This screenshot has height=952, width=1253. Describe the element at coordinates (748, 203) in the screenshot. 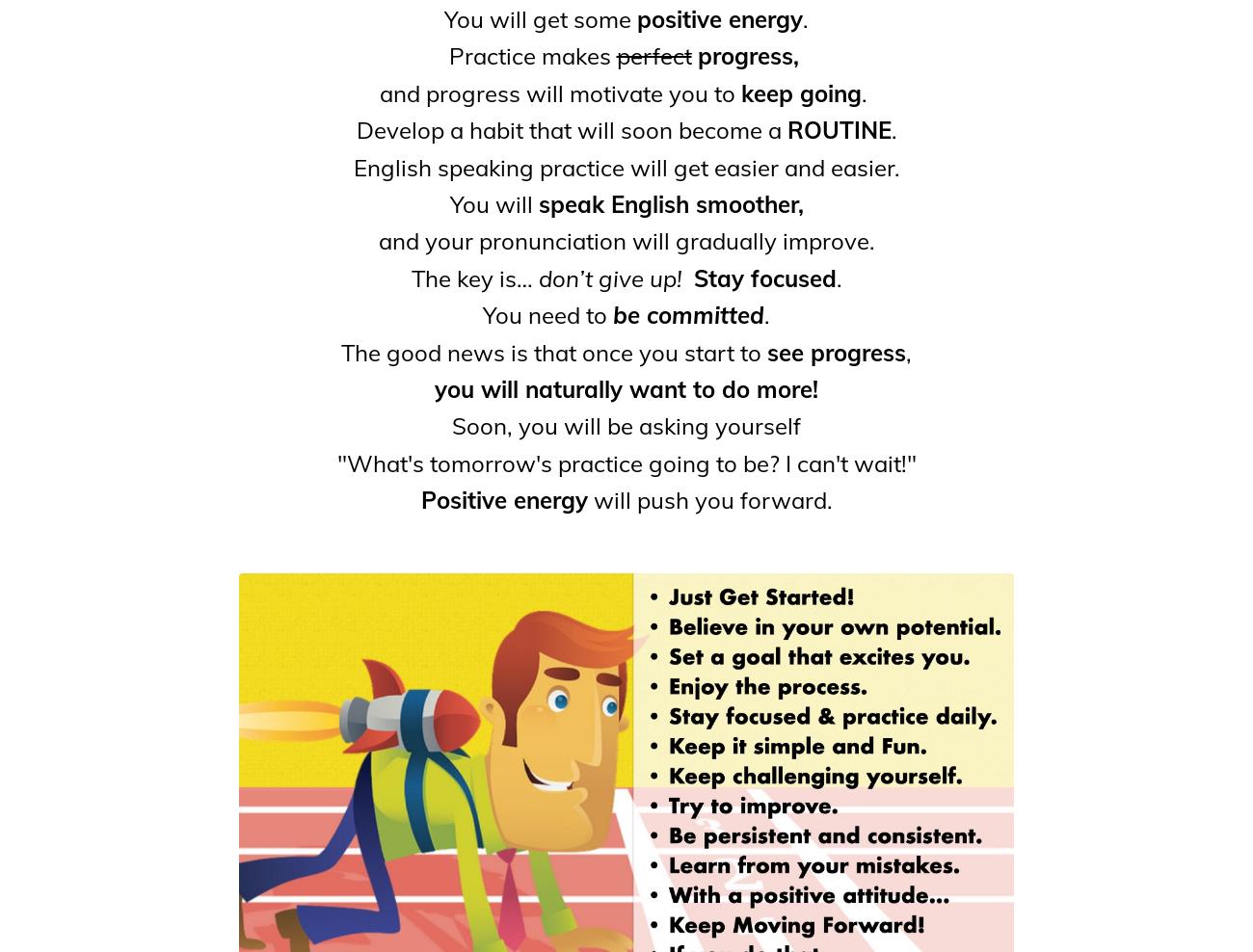

I see `'smoother,'` at that location.